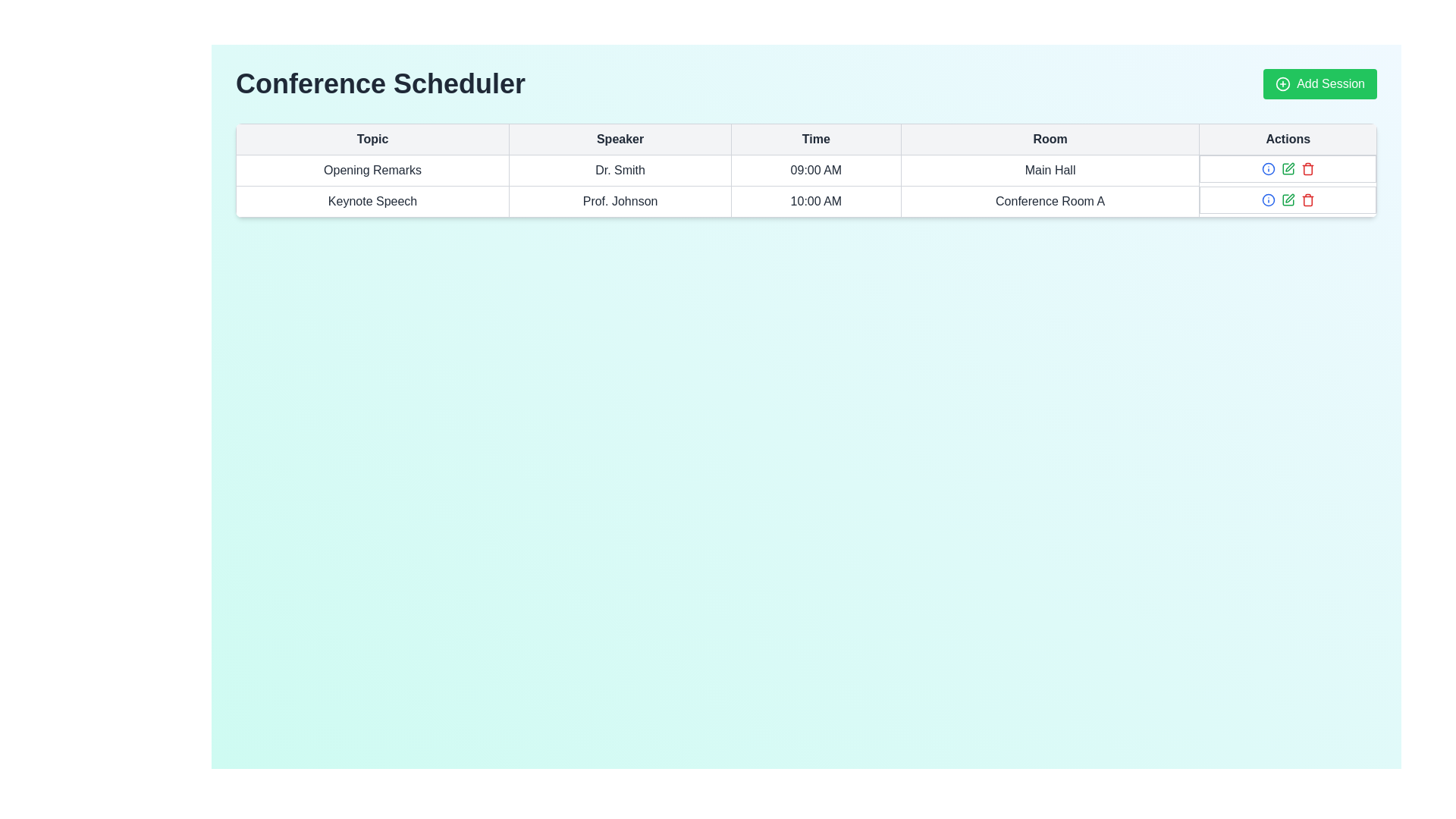  Describe the element at coordinates (620, 201) in the screenshot. I see `the 'Speaker' text label located in the second row of the table, which displays the name of the speaker for the corresponding event, positioned between 'Keynote Speech' and '10:00 AM'` at that location.